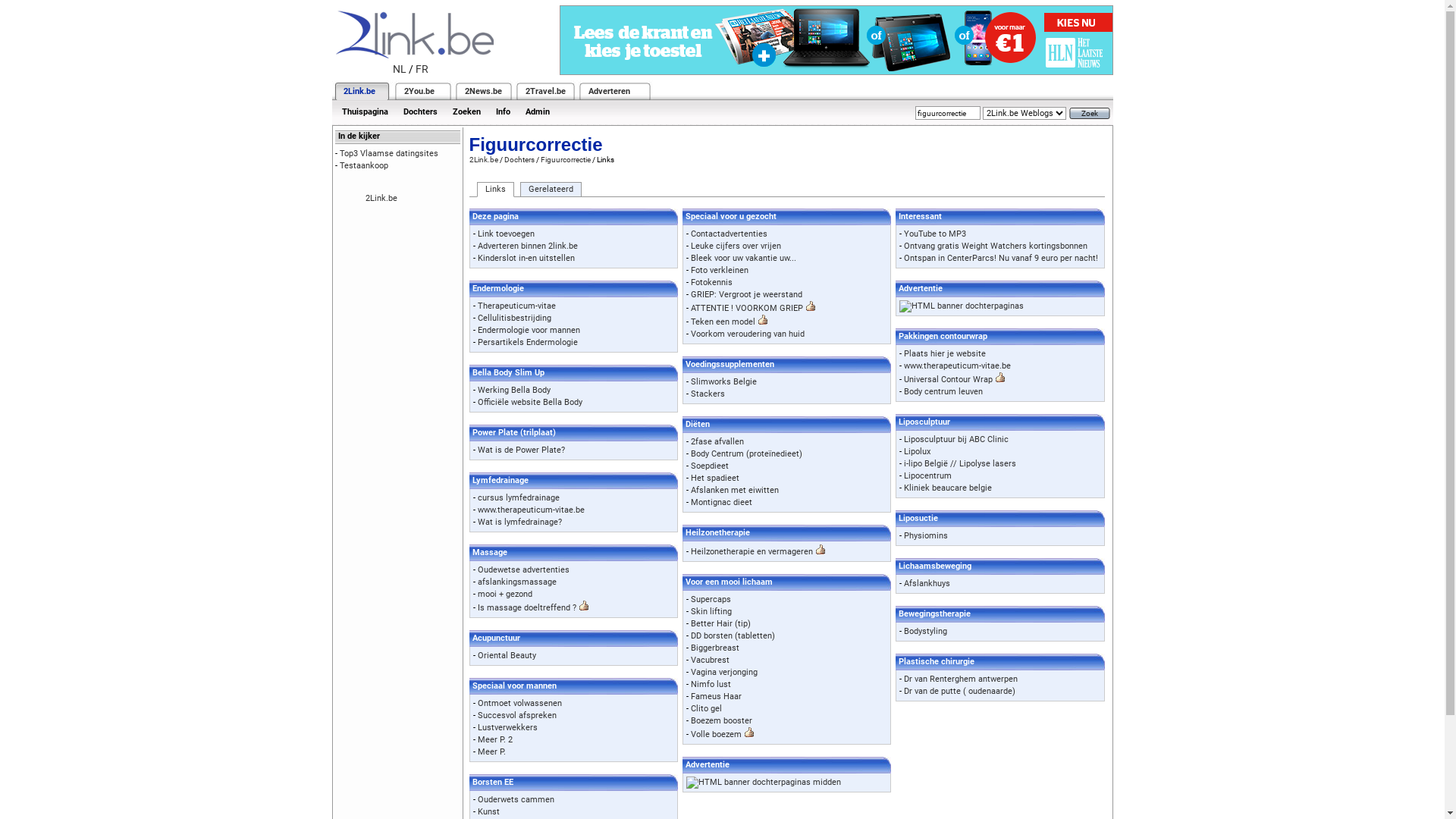 This screenshot has height=819, width=1456. I want to click on 'Wat is lymfedrainage?', so click(519, 521).